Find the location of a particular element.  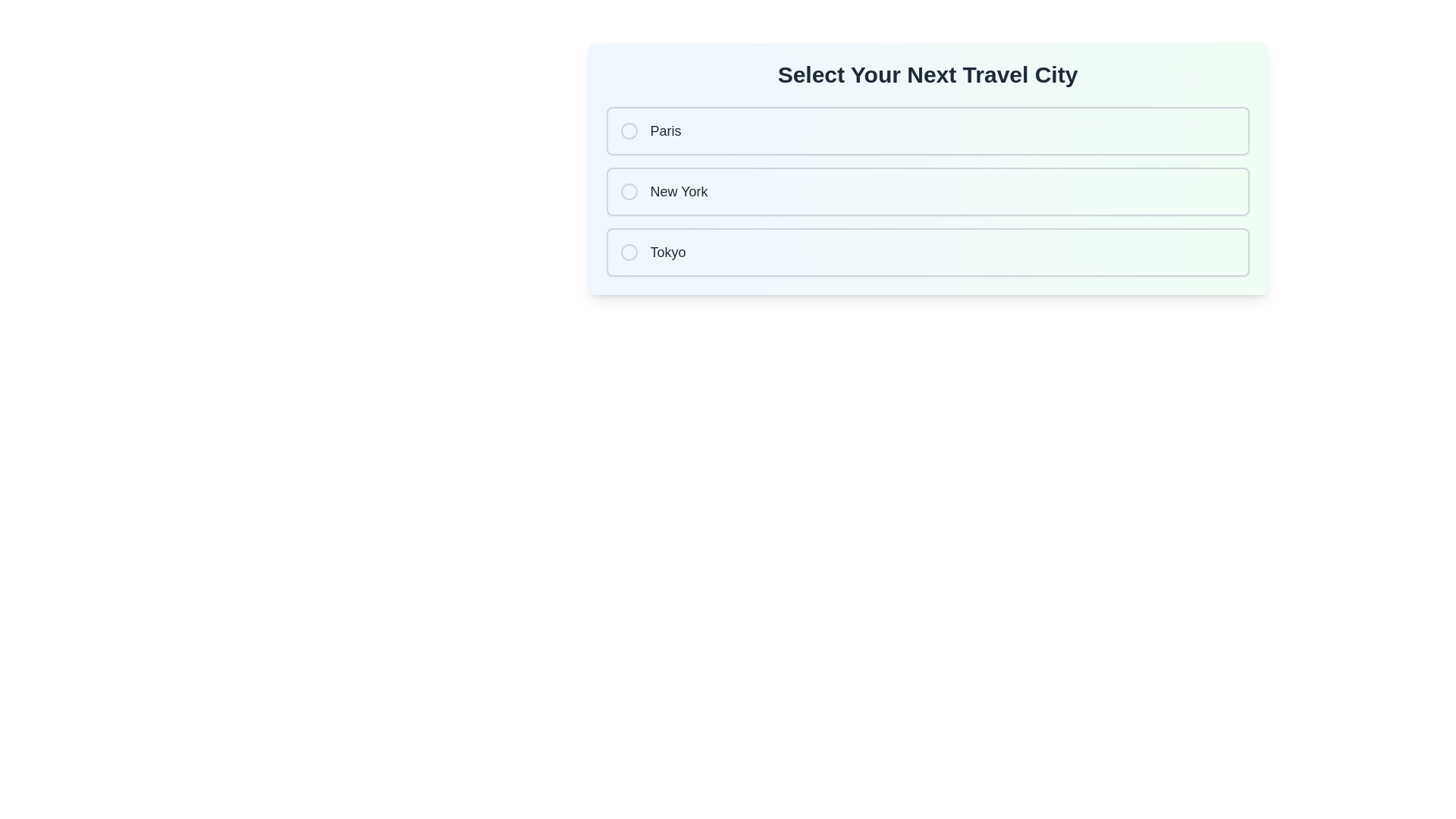

the static text label 'Paris' which is associated with the first radio button in the list titled 'Select Your Next Travel City' is located at coordinates (666, 130).